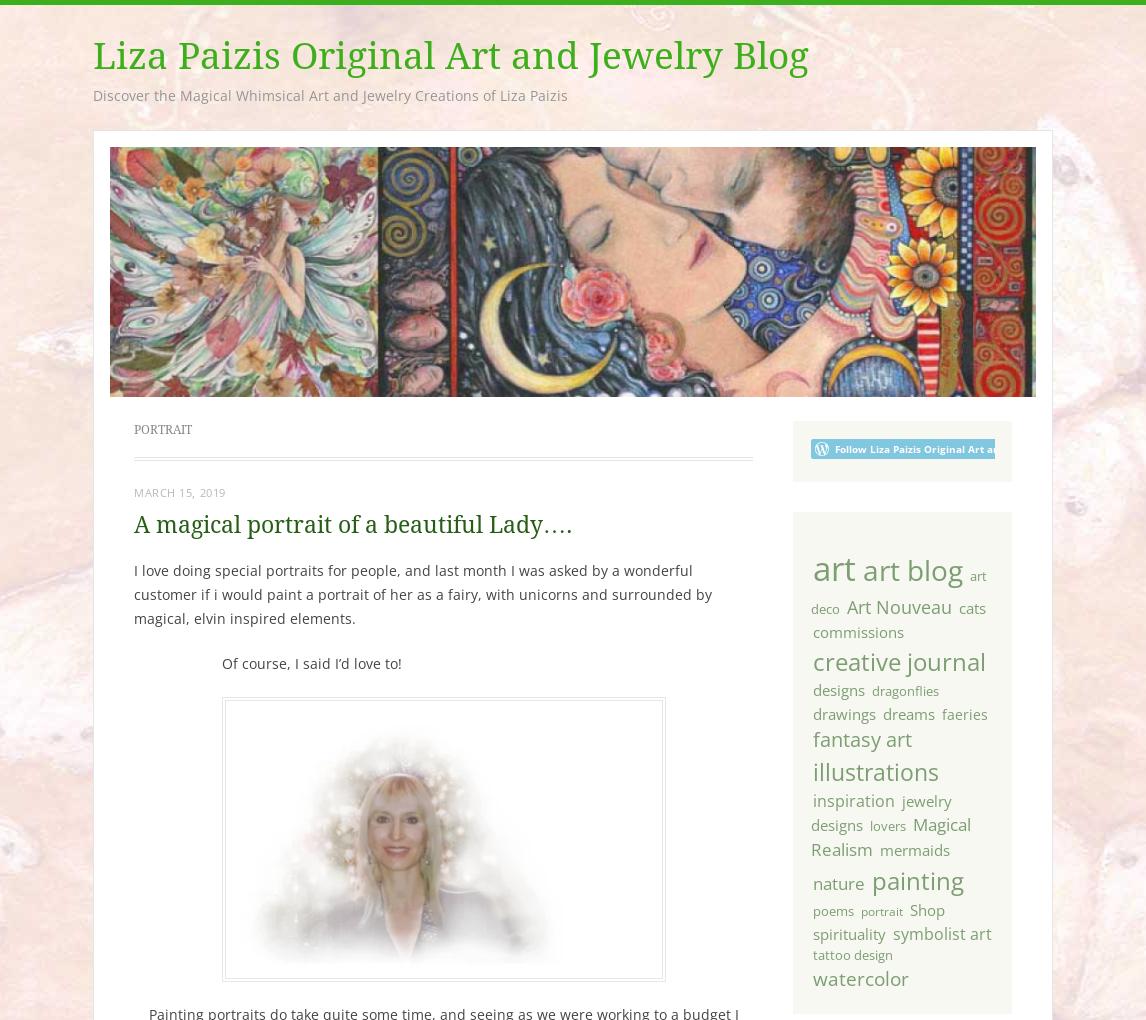 The height and width of the screenshot is (1020, 1146). Describe the element at coordinates (897, 592) in the screenshot. I see `'art deco'` at that location.